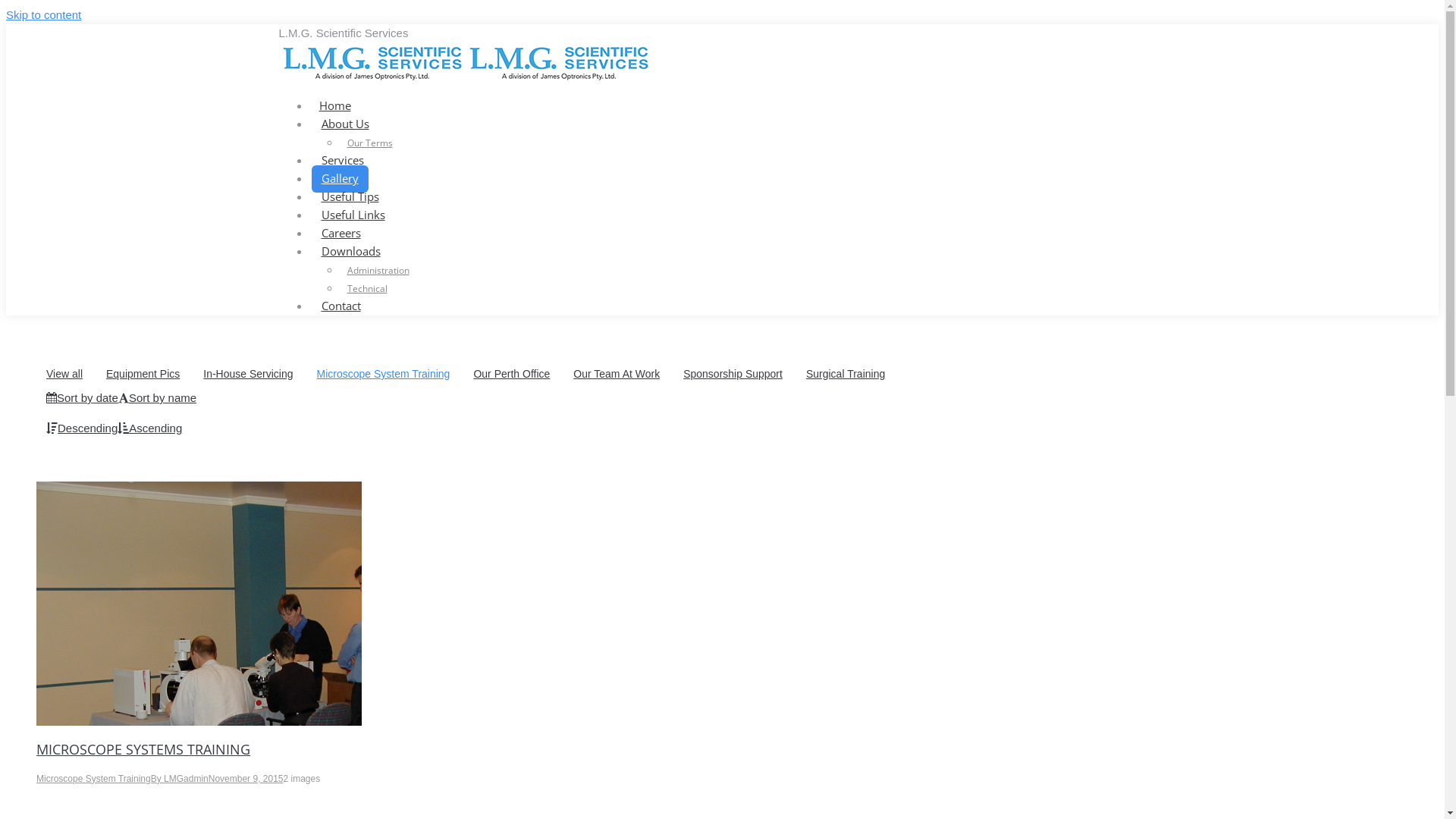 This screenshot has height=819, width=1456. What do you see at coordinates (43, 14) in the screenshot?
I see `'Skip to content'` at bounding box center [43, 14].